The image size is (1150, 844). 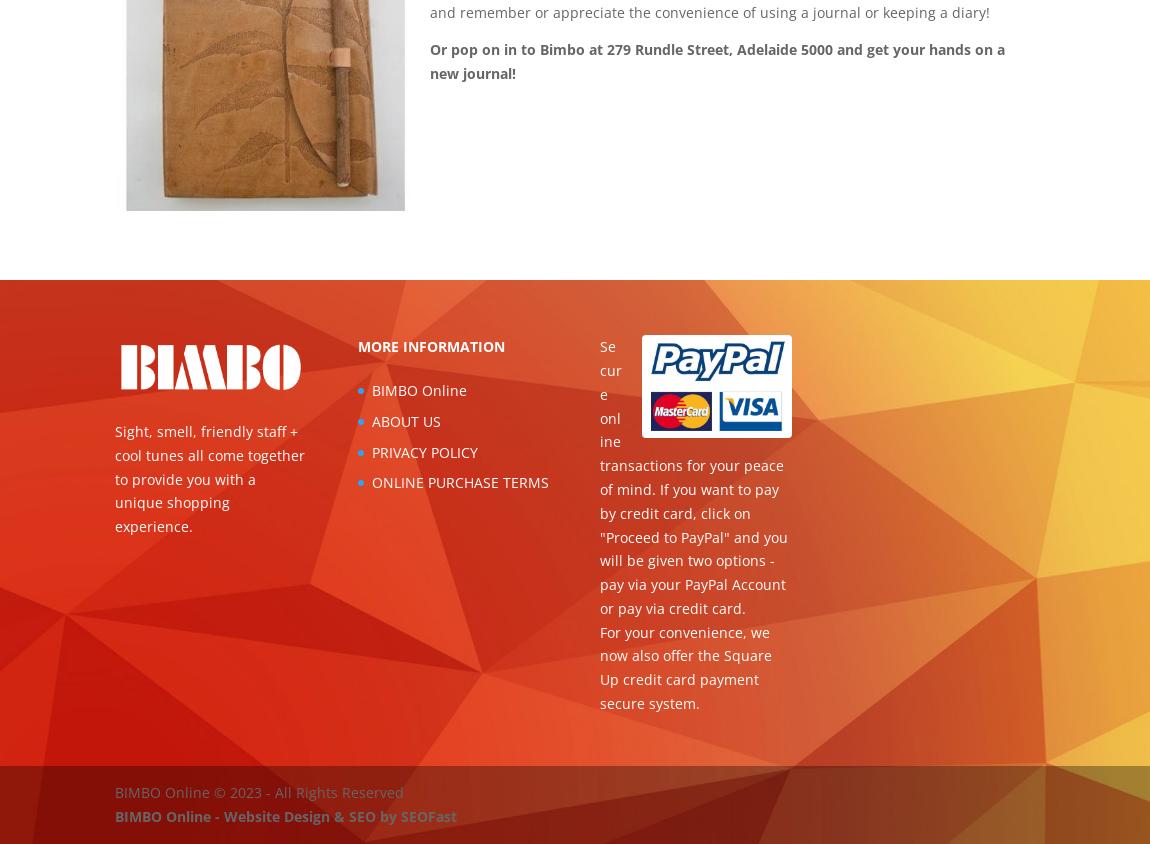 I want to click on 'MORE INFORMATION', so click(x=356, y=346).